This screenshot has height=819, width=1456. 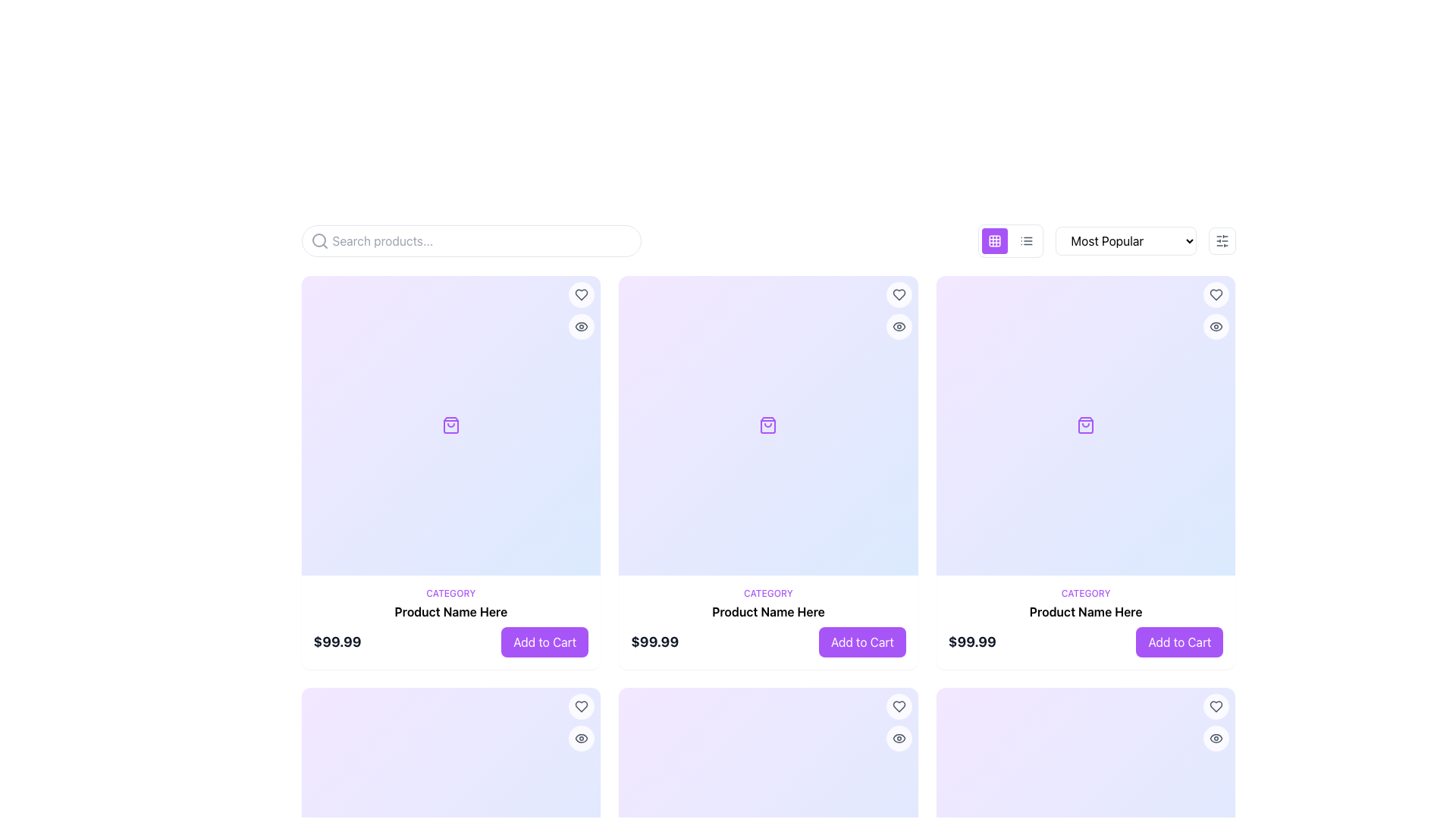 What do you see at coordinates (899, 326) in the screenshot?
I see `the 'view' or 'preview' button located to the top-right of the product card layout, which is the second button in the vertical arrangement under the heart icon button, to change its color` at bounding box center [899, 326].